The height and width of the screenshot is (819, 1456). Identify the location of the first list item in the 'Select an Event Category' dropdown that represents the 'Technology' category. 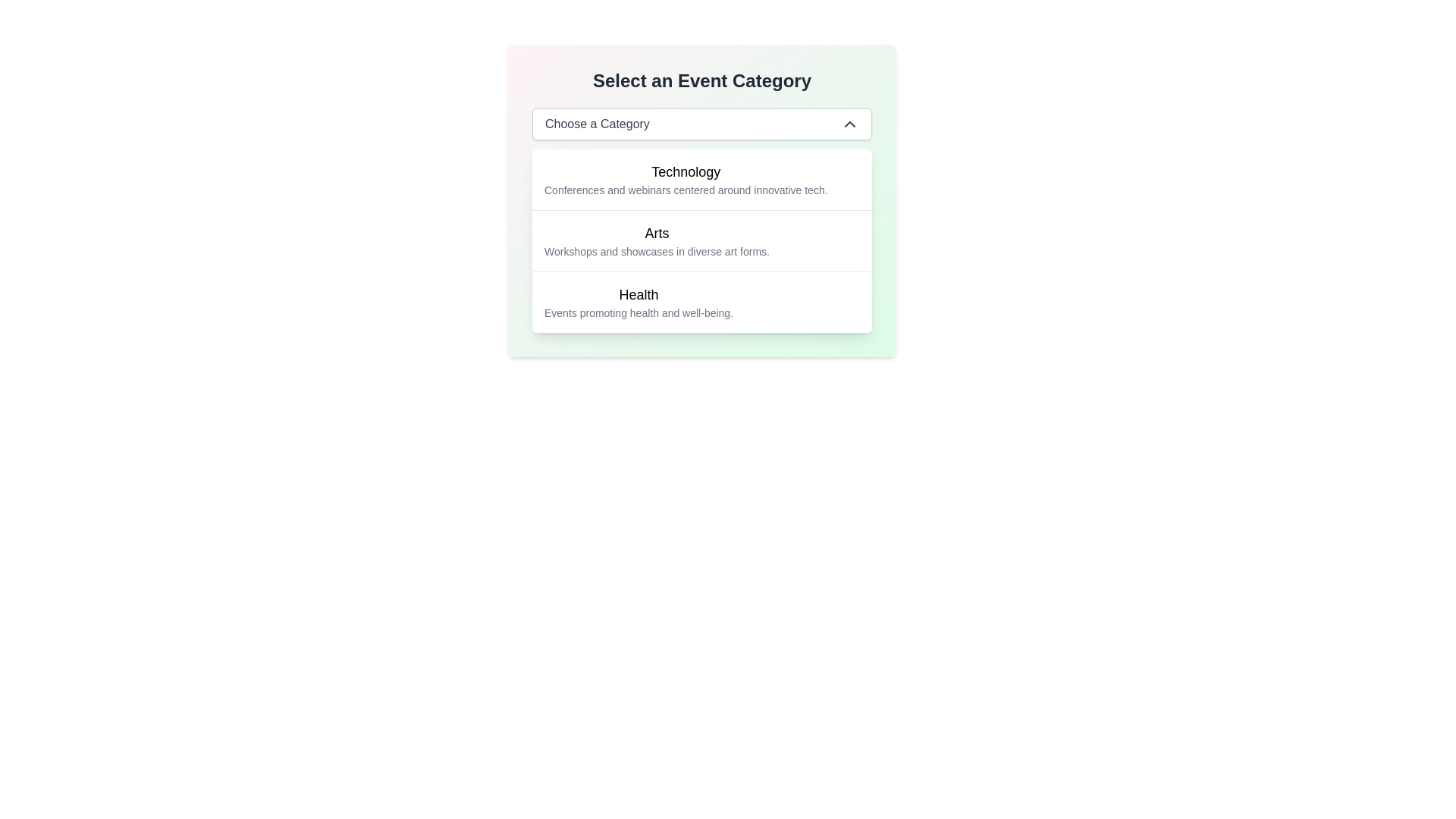
(701, 200).